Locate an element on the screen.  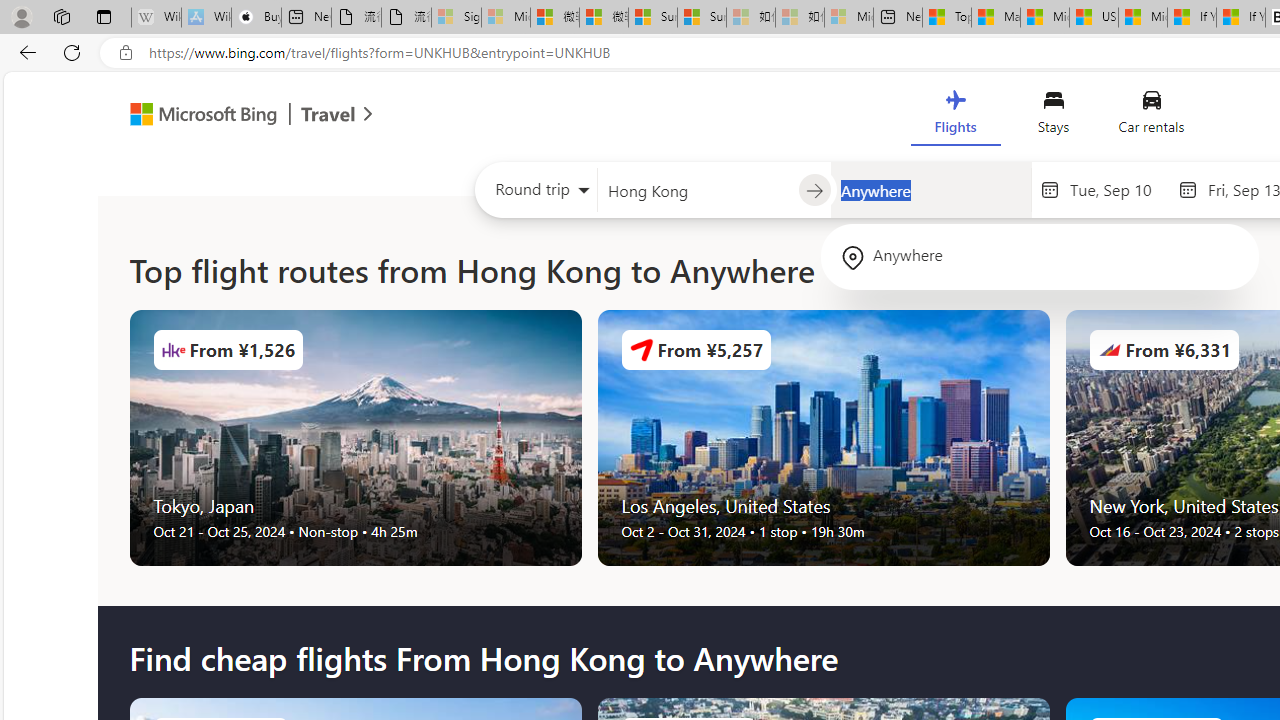
'Class: msft-travel-logo' is located at coordinates (328, 114).